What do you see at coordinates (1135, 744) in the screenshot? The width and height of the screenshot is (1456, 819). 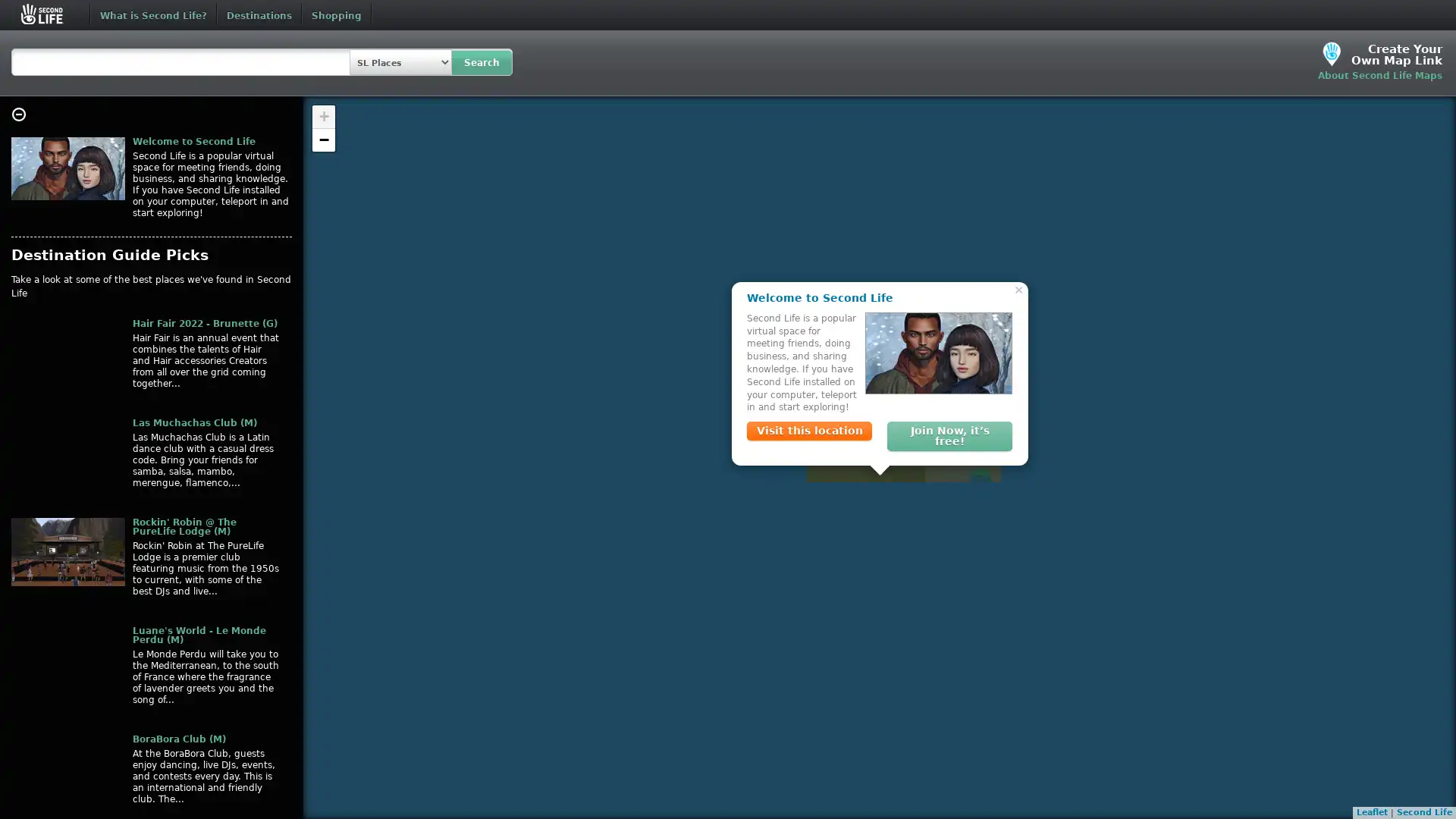 I see `Close` at bounding box center [1135, 744].